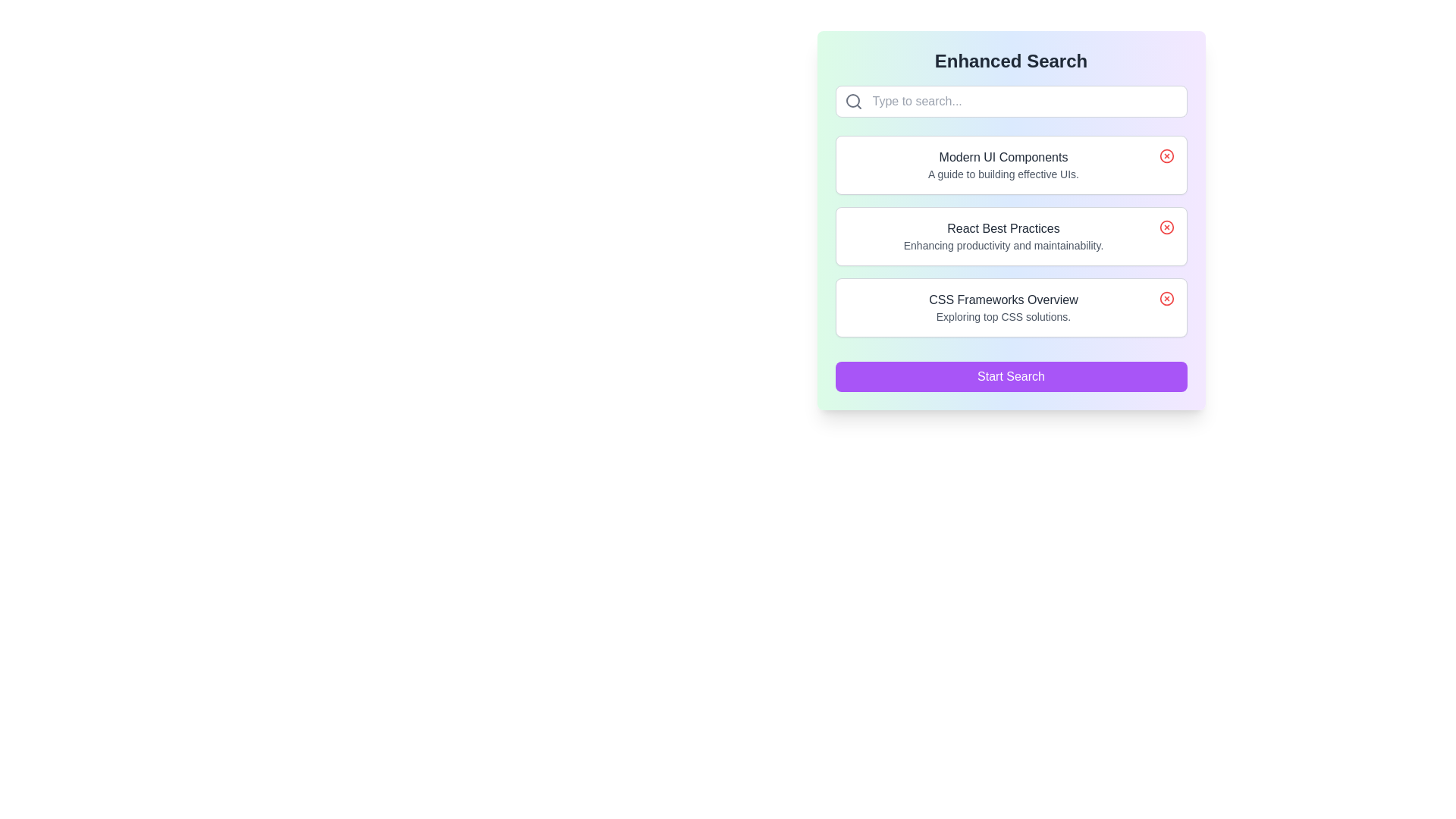  Describe the element at coordinates (1003, 307) in the screenshot. I see `the informational text block located in the third list item of the main content block beneath 'Enhanced Search', which presents a title and subtitle about CSS frameworks` at that location.